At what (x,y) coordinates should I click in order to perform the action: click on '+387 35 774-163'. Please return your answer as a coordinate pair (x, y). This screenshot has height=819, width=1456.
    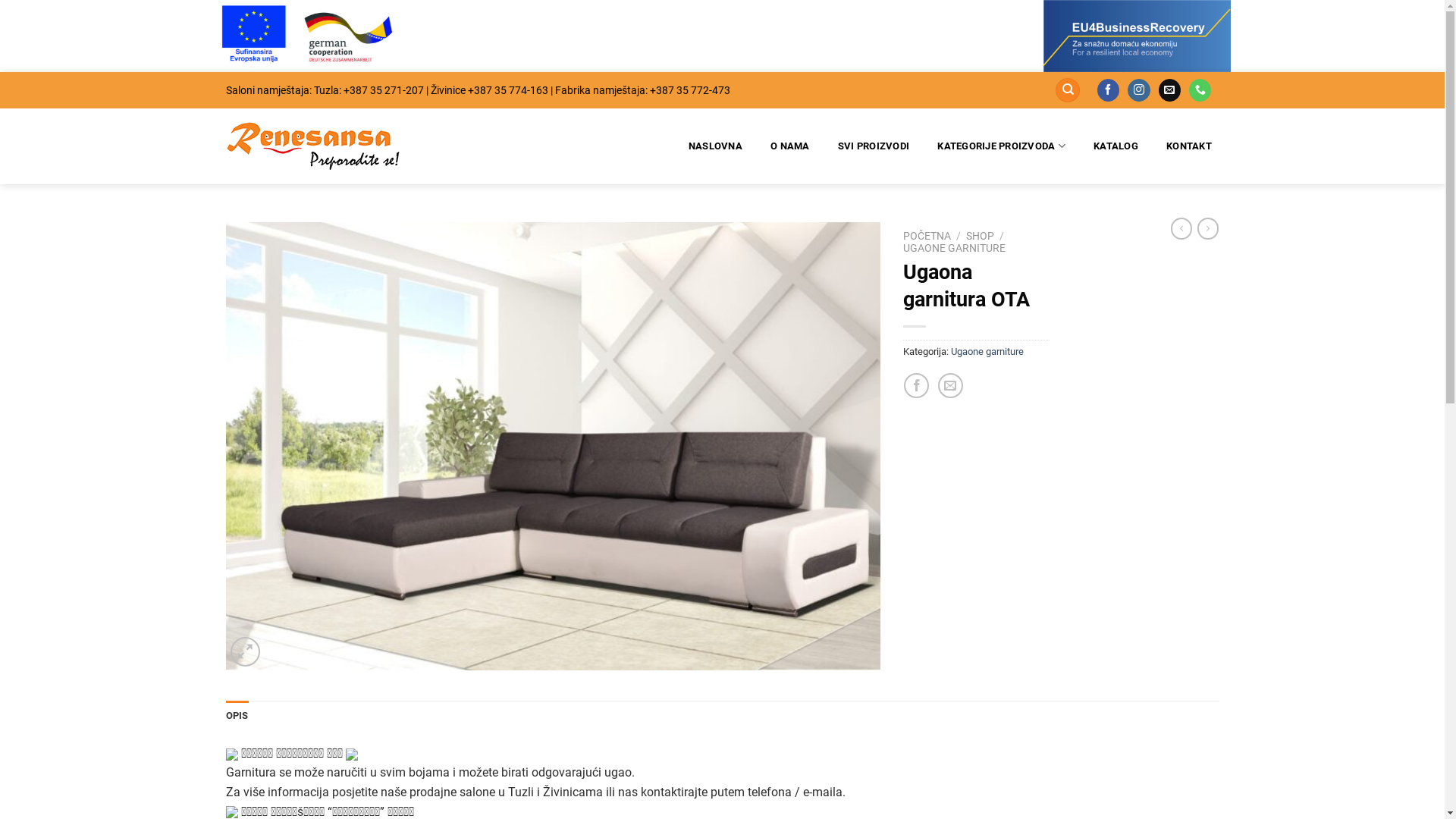
    Looking at the image, I should click on (466, 90).